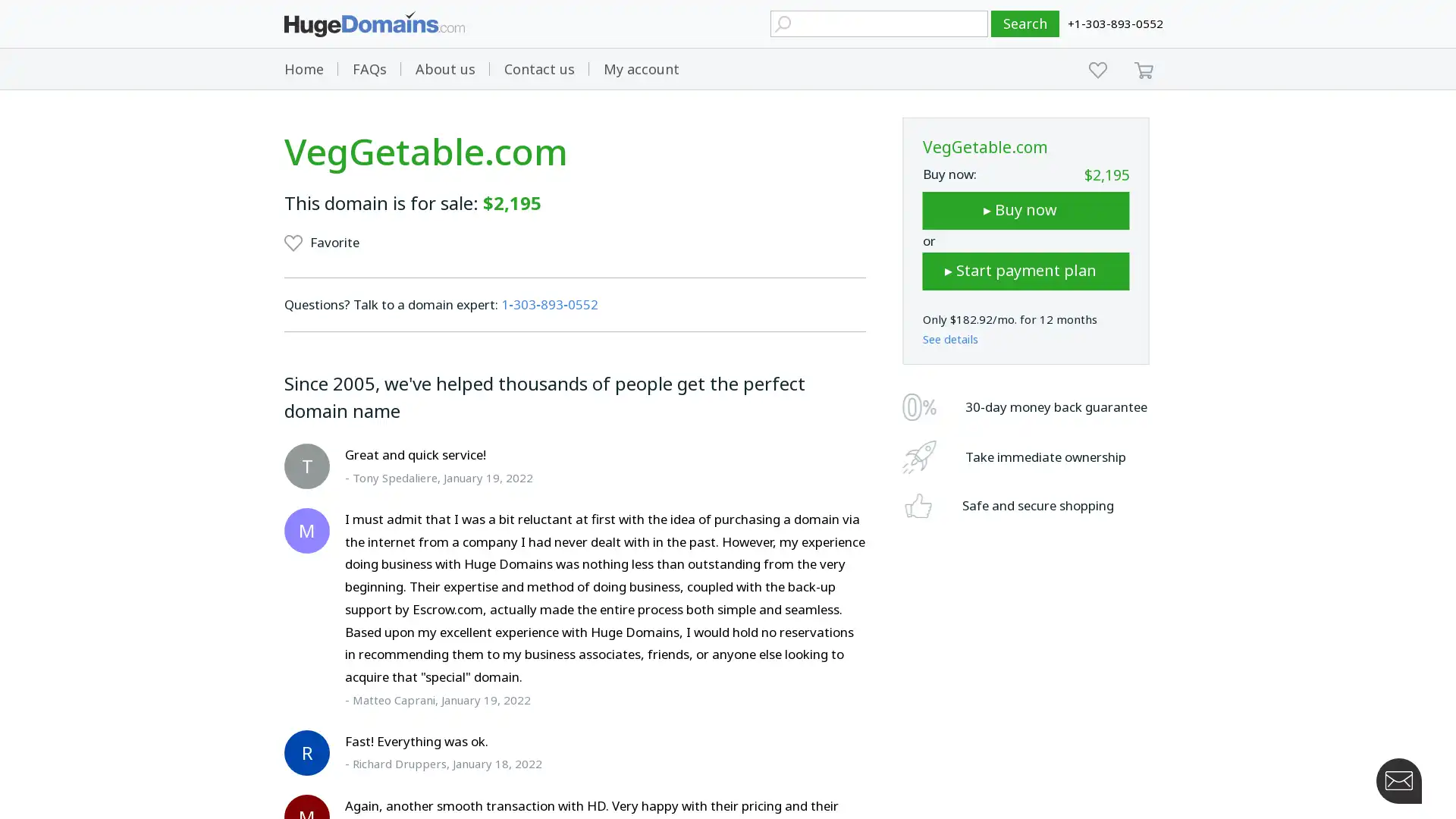  I want to click on Search, so click(1025, 24).